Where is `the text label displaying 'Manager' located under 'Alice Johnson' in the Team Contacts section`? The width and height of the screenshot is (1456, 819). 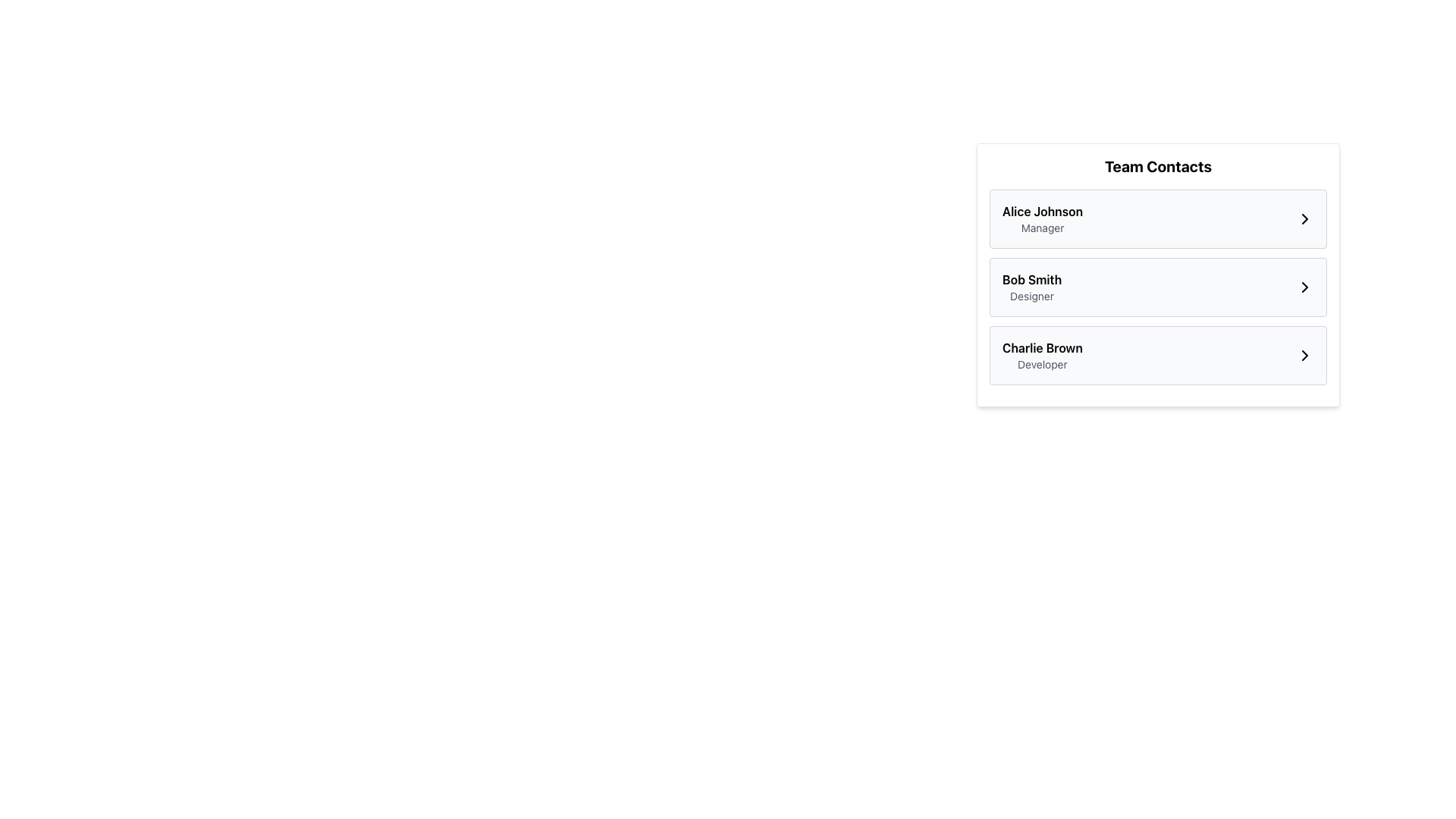
the text label displaying 'Manager' located under 'Alice Johnson' in the Team Contacts section is located at coordinates (1042, 227).